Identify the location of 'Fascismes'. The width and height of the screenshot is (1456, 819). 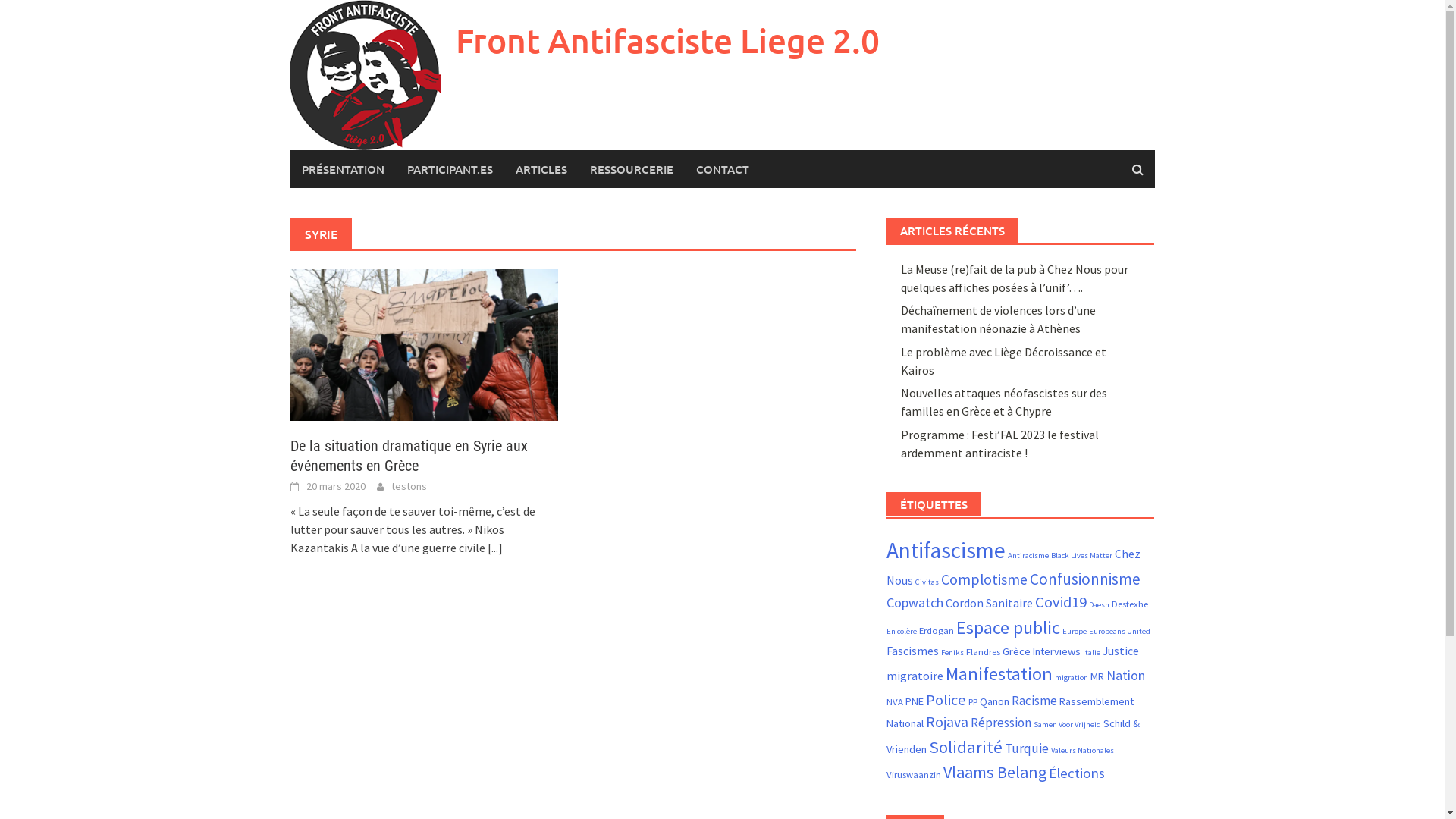
(886, 649).